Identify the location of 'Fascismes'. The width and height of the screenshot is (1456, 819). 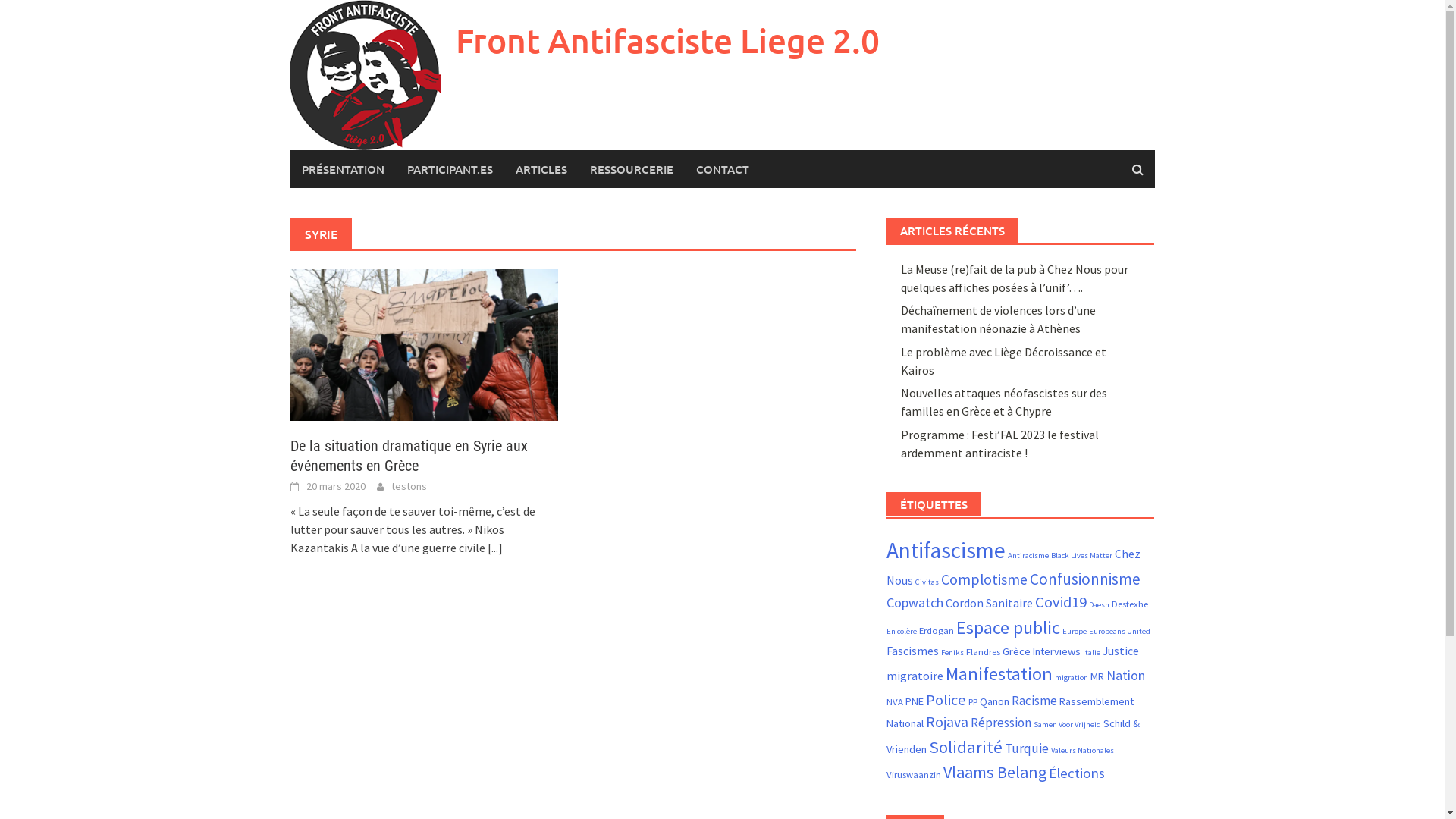
(886, 649).